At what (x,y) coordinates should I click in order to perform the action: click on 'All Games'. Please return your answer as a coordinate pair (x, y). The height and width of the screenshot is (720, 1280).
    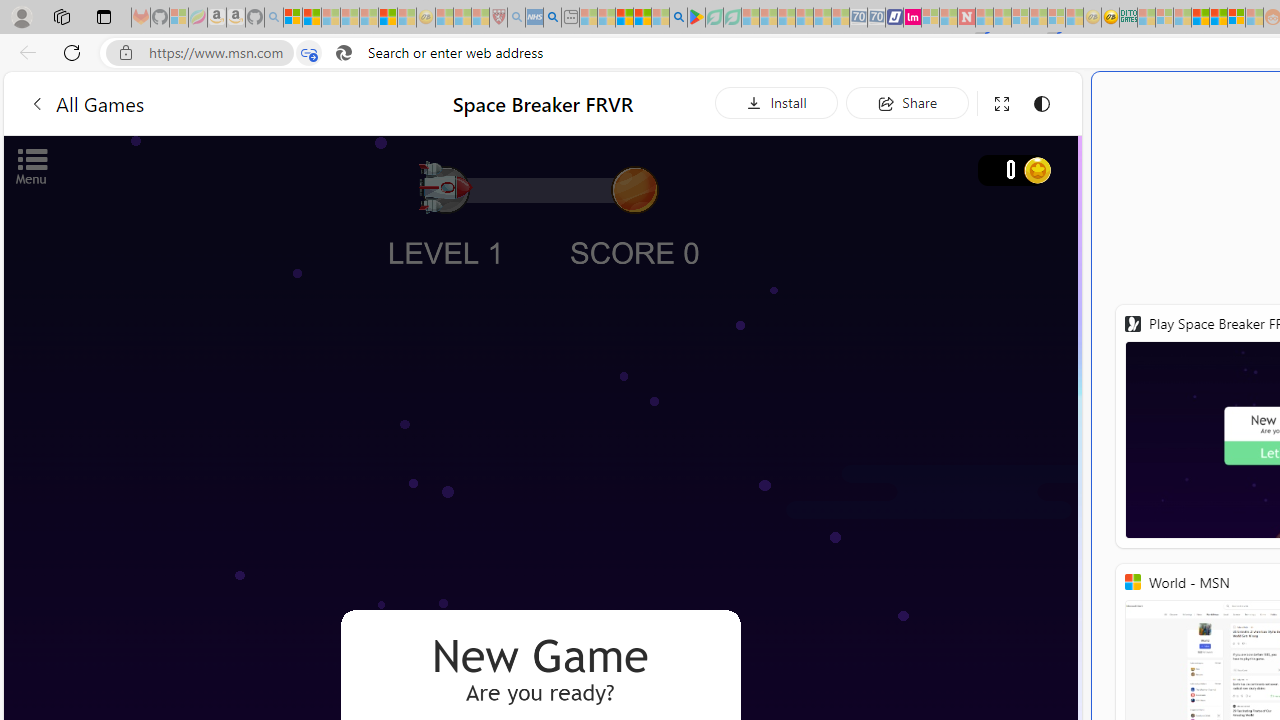
    Looking at the image, I should click on (85, 103).